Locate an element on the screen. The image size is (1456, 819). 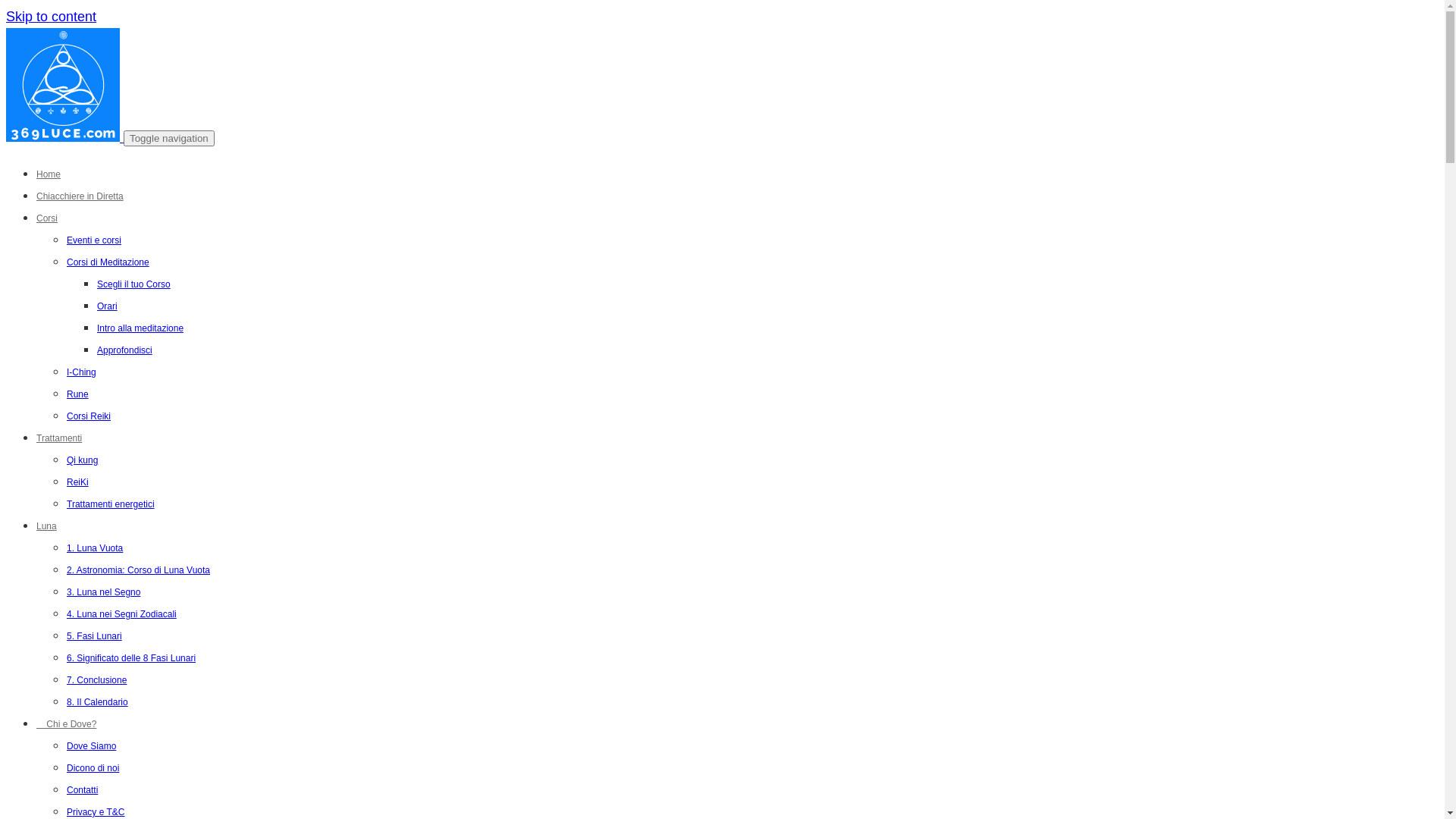
'Dicono di noi' is located at coordinates (92, 768).